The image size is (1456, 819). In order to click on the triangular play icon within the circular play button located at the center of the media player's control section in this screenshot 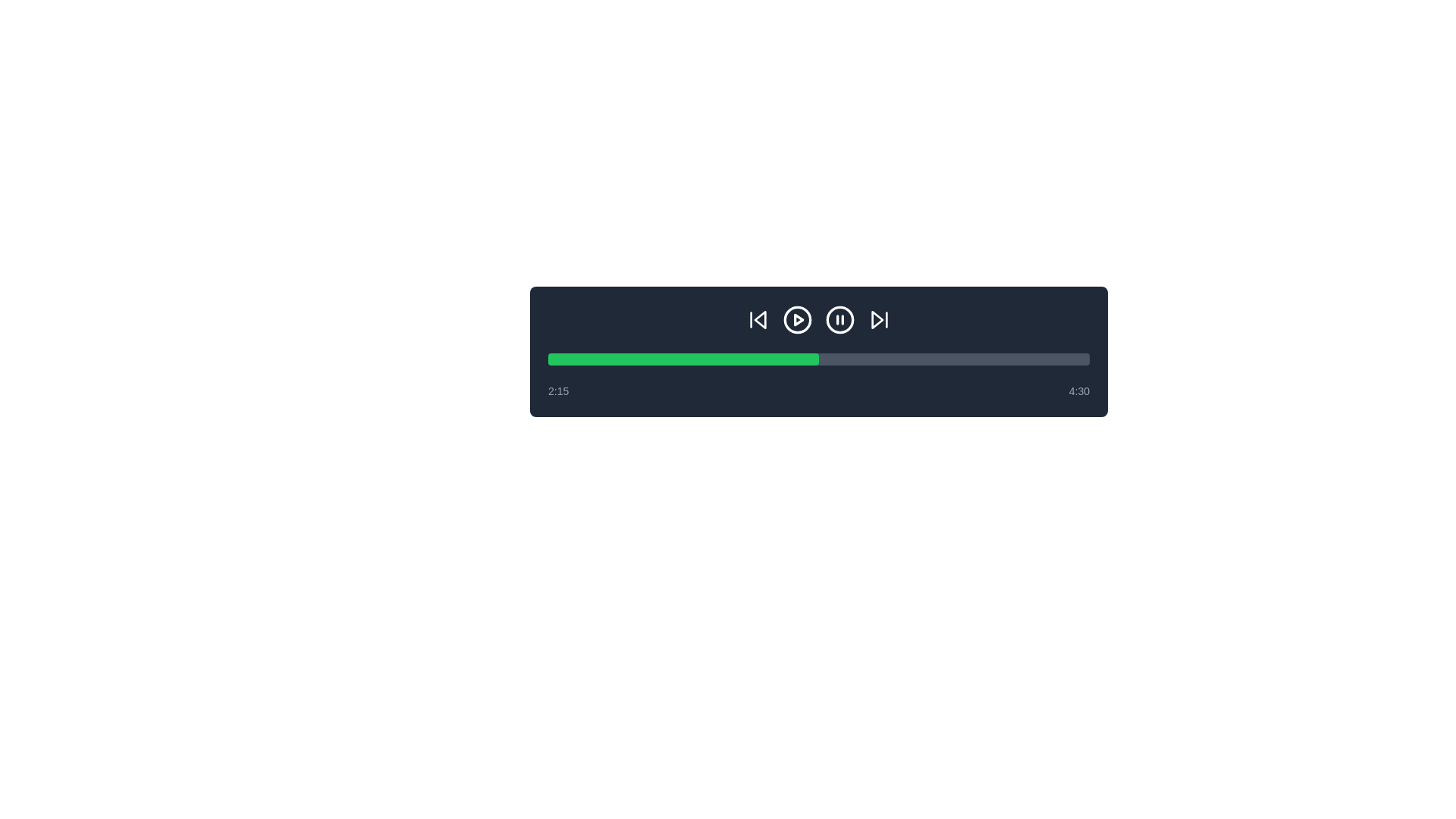, I will do `click(798, 318)`.